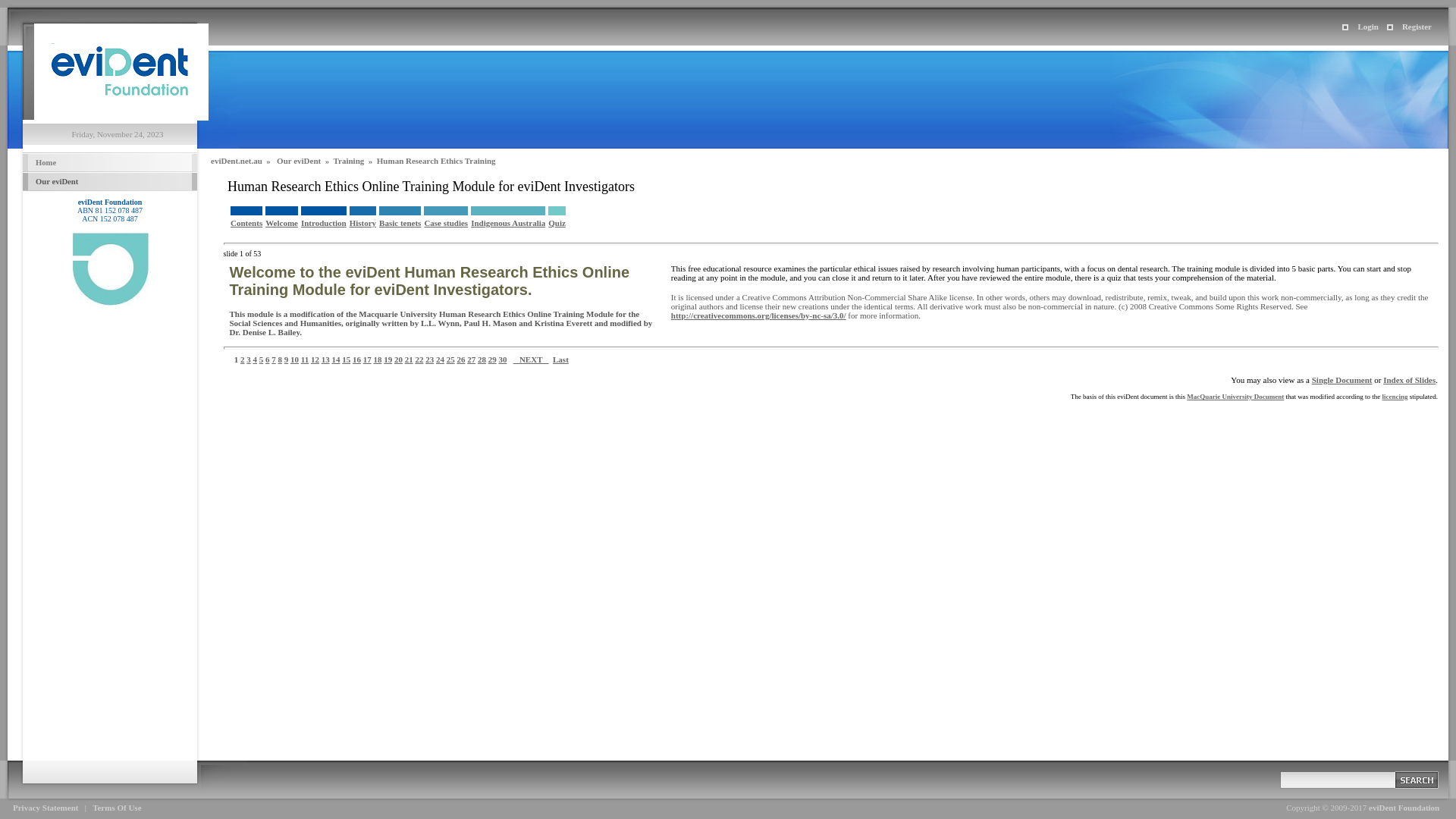  Describe the element at coordinates (1360, 26) in the screenshot. I see `'Login'` at that location.